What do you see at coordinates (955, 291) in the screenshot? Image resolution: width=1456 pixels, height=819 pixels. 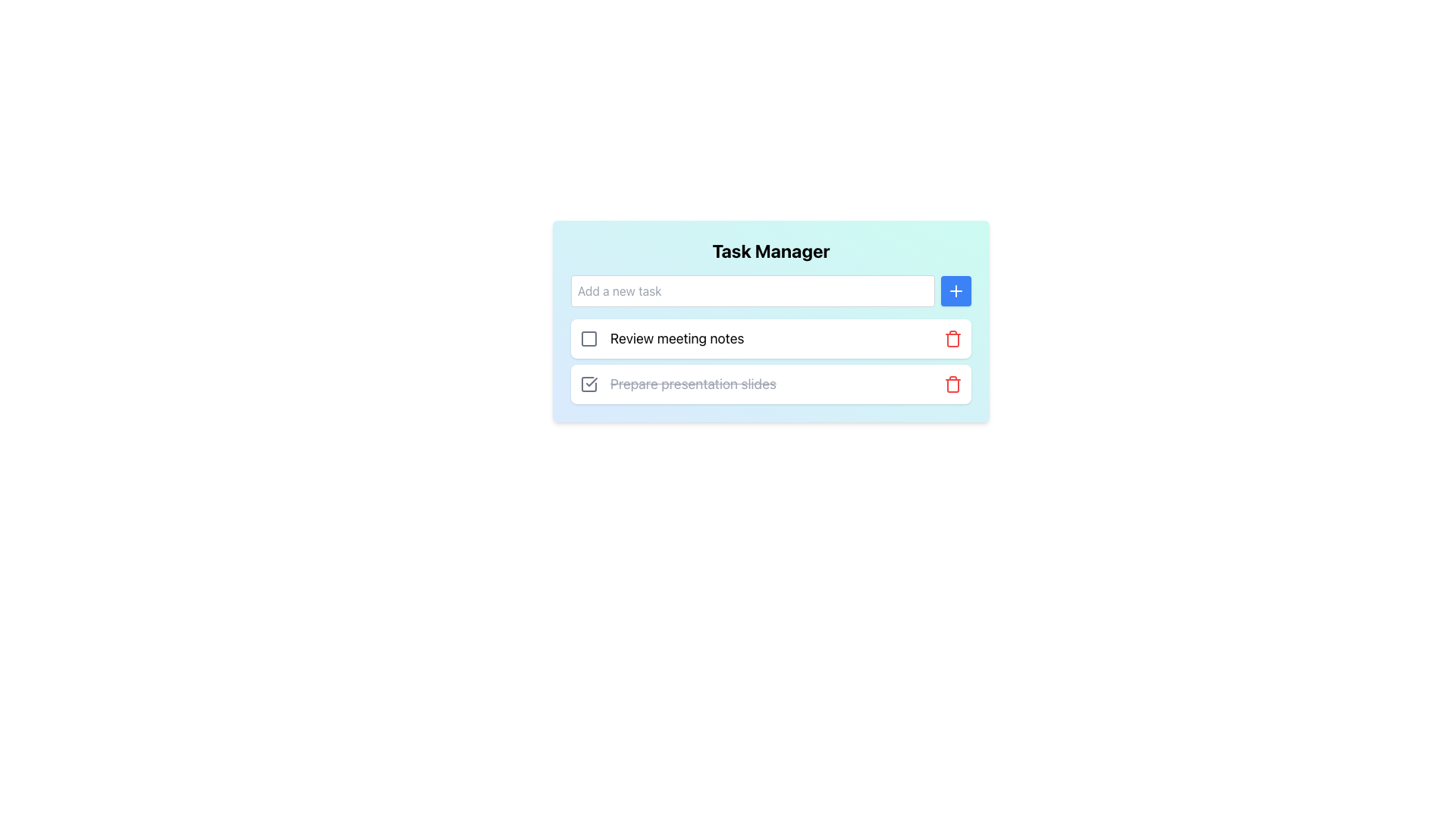 I see `the 'plus' icon with a blue background and white cross` at bounding box center [955, 291].